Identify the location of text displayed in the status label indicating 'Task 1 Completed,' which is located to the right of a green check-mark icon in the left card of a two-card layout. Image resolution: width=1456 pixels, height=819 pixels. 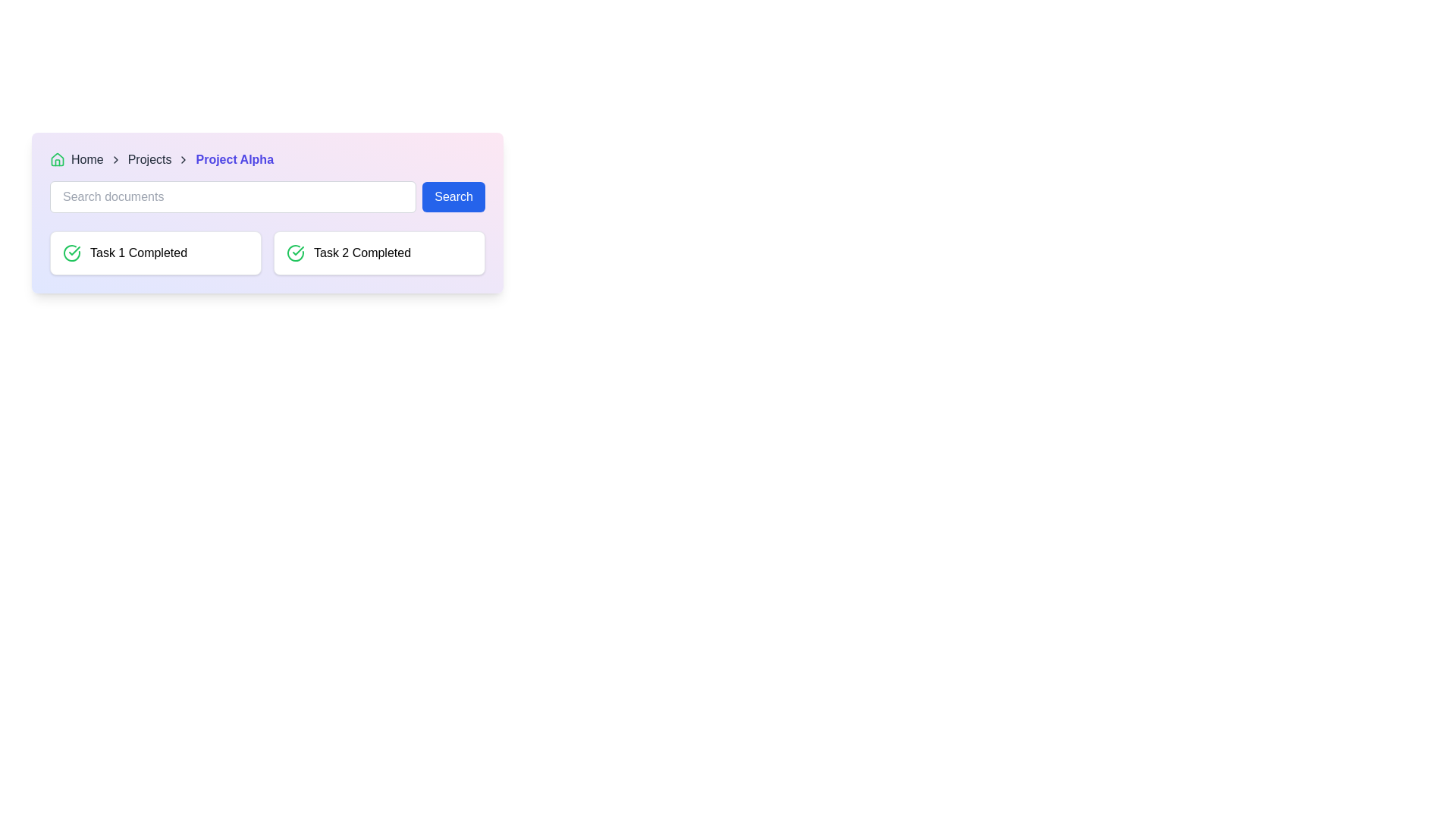
(138, 253).